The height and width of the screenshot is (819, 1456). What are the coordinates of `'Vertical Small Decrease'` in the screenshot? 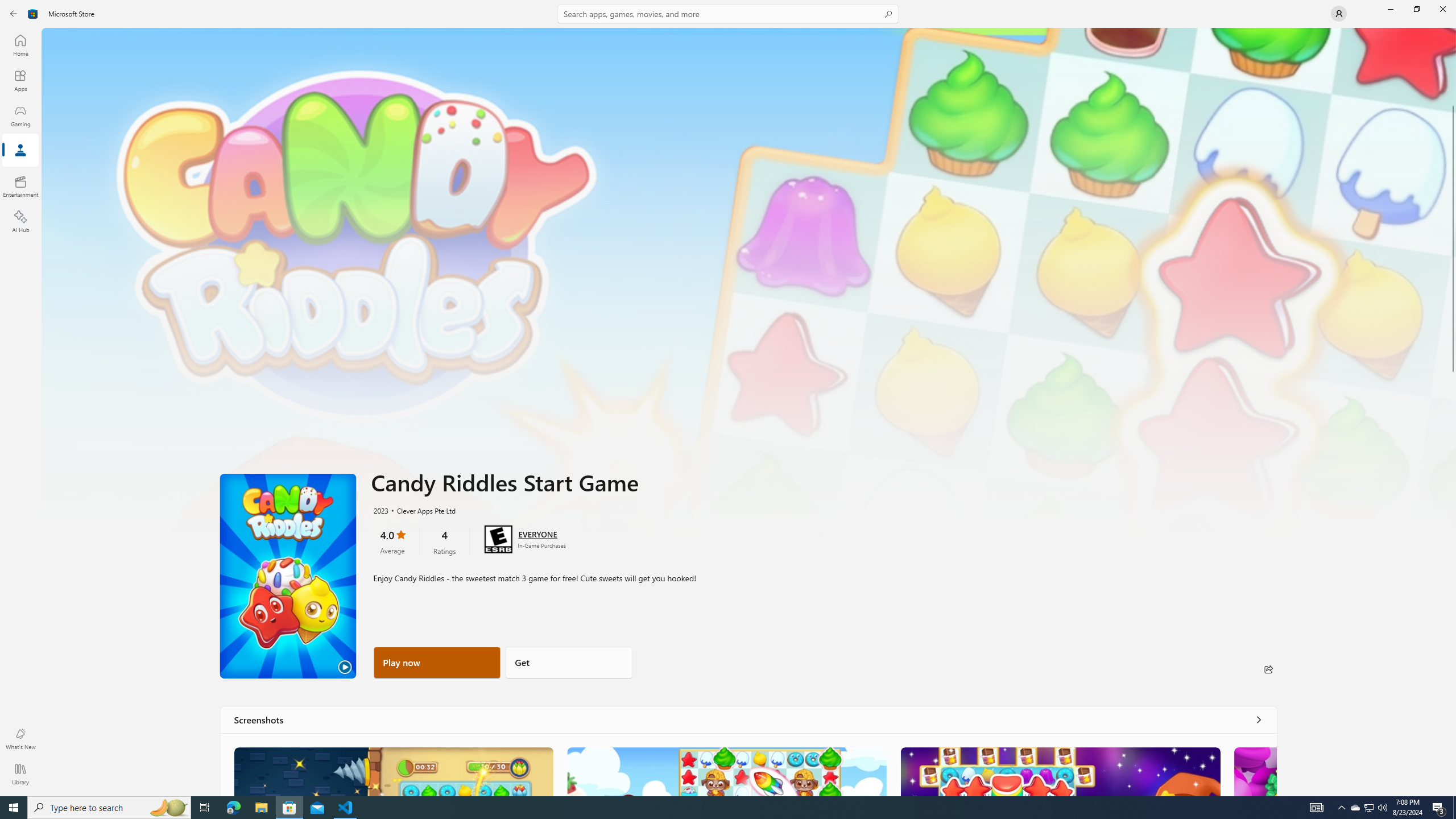 It's located at (1451, 31).